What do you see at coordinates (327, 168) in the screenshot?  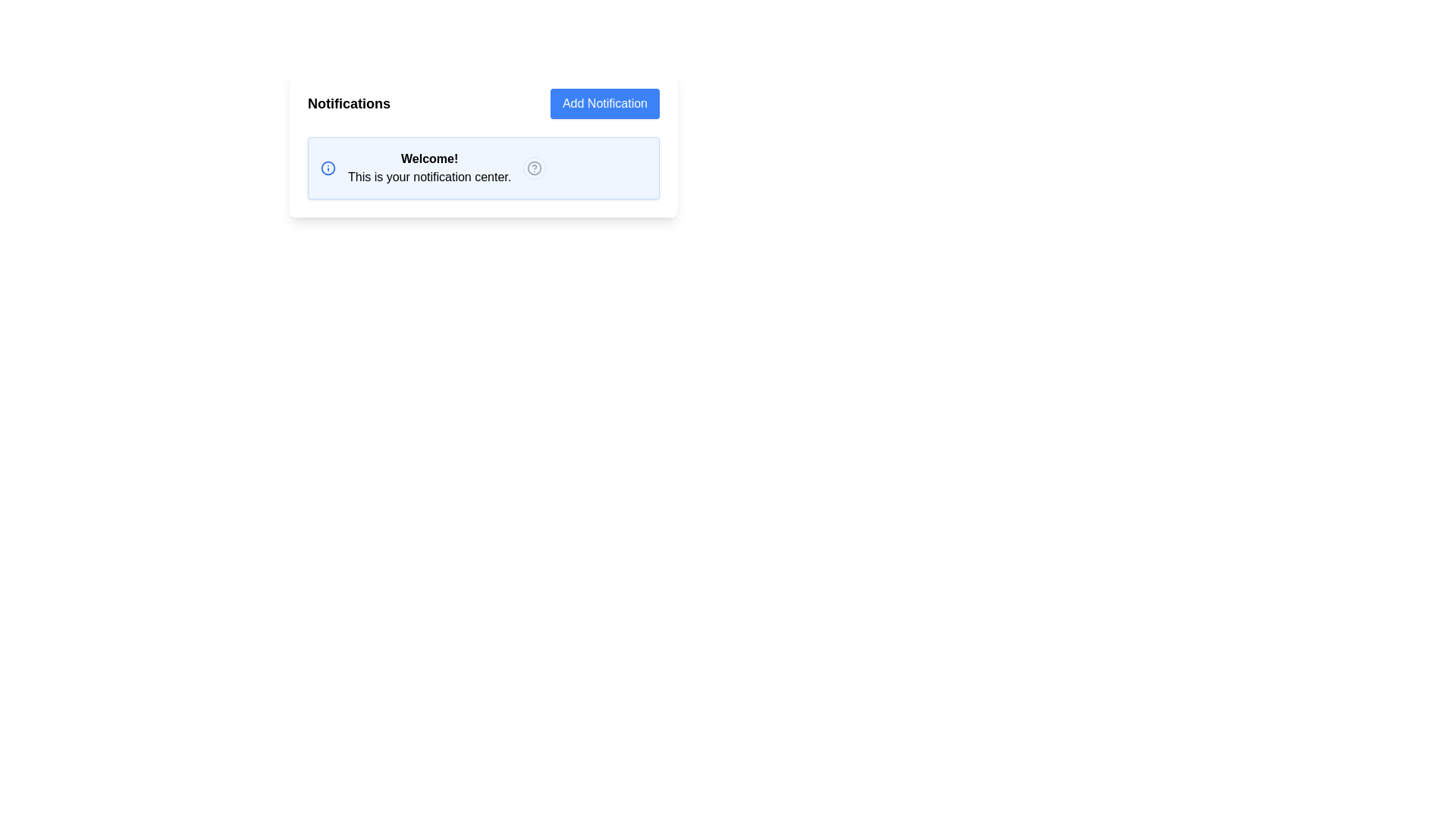 I see `the hollow blue-bordered SVG circle located to the left of the 'Welcome! This is your notification center.' text` at bounding box center [327, 168].